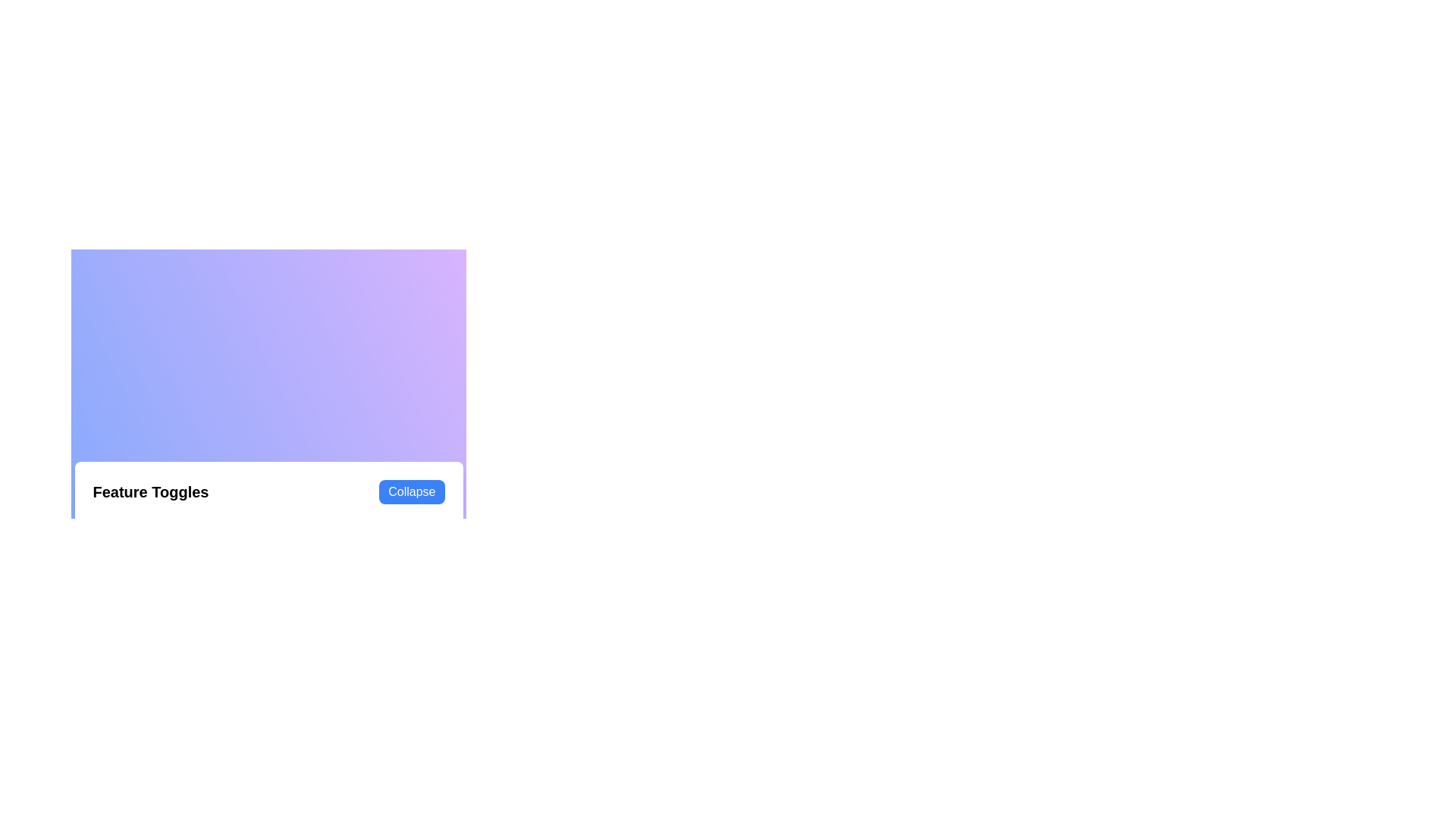 The height and width of the screenshot is (819, 1456). I want to click on the 'Collapse' button to toggle the menu expansion state, so click(412, 491).